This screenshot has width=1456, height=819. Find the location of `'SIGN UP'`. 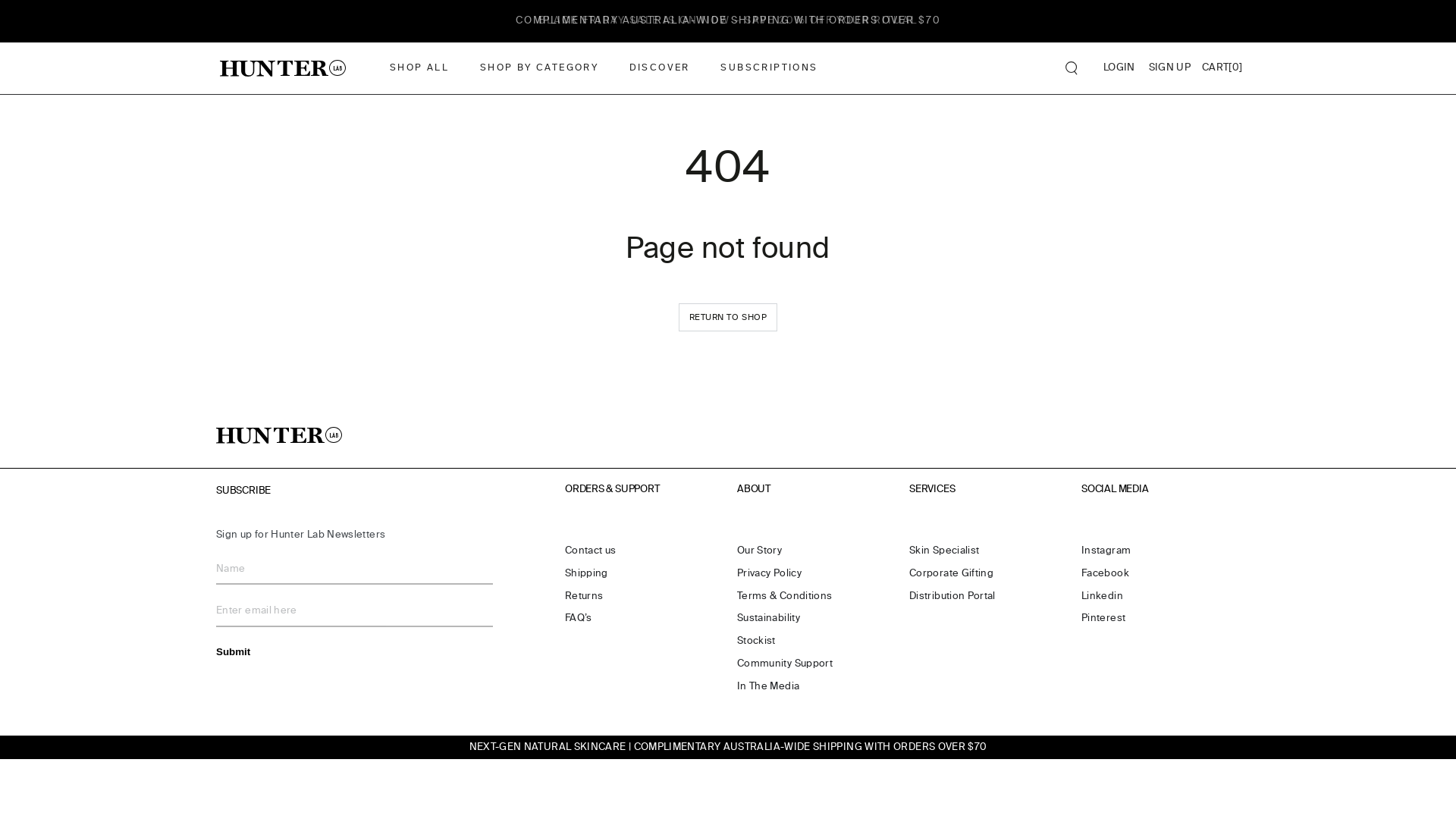

'SIGN UP' is located at coordinates (1169, 67).